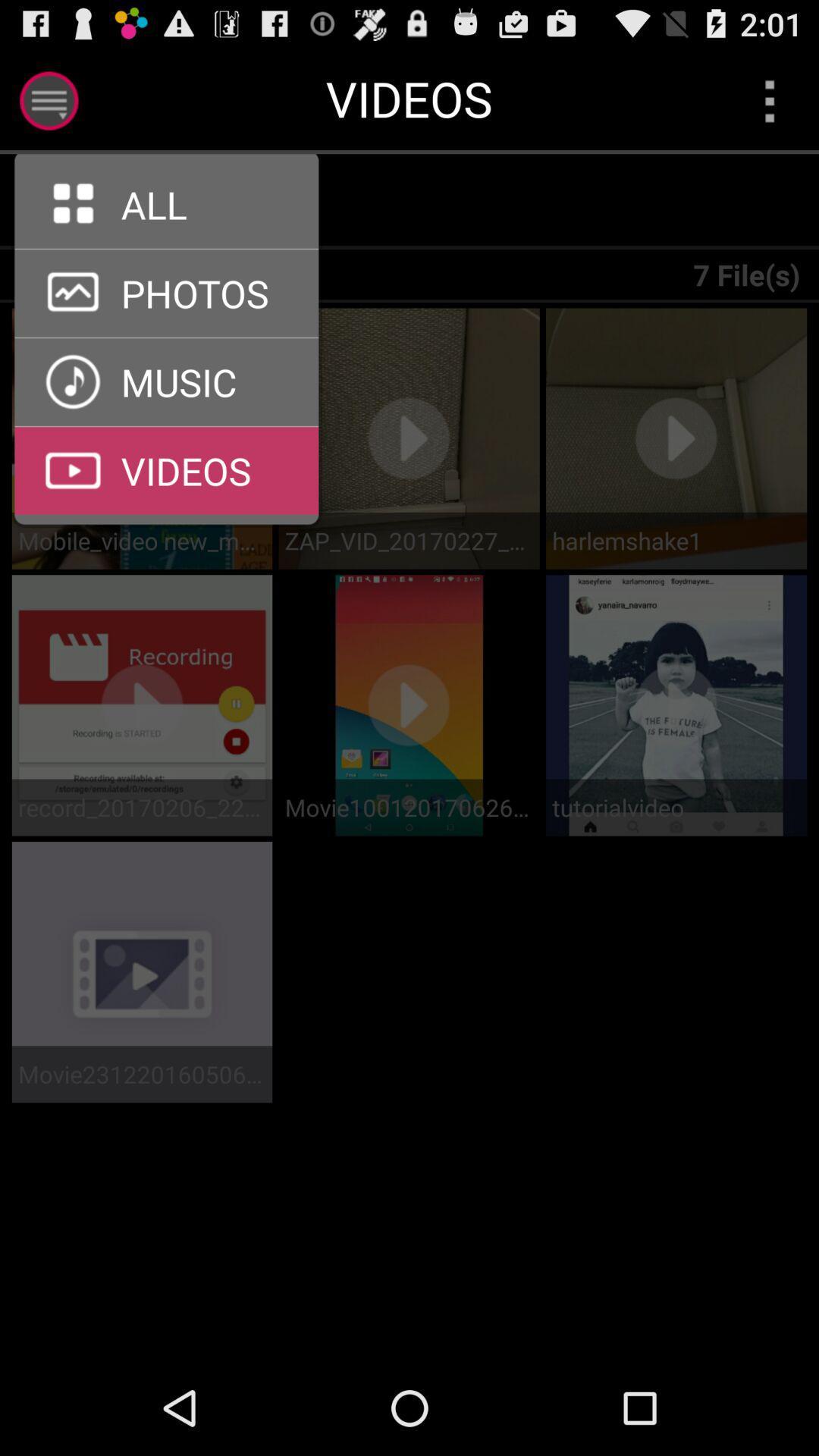 This screenshot has height=1456, width=819. What do you see at coordinates (166, 249) in the screenshot?
I see `open all portion of menu` at bounding box center [166, 249].